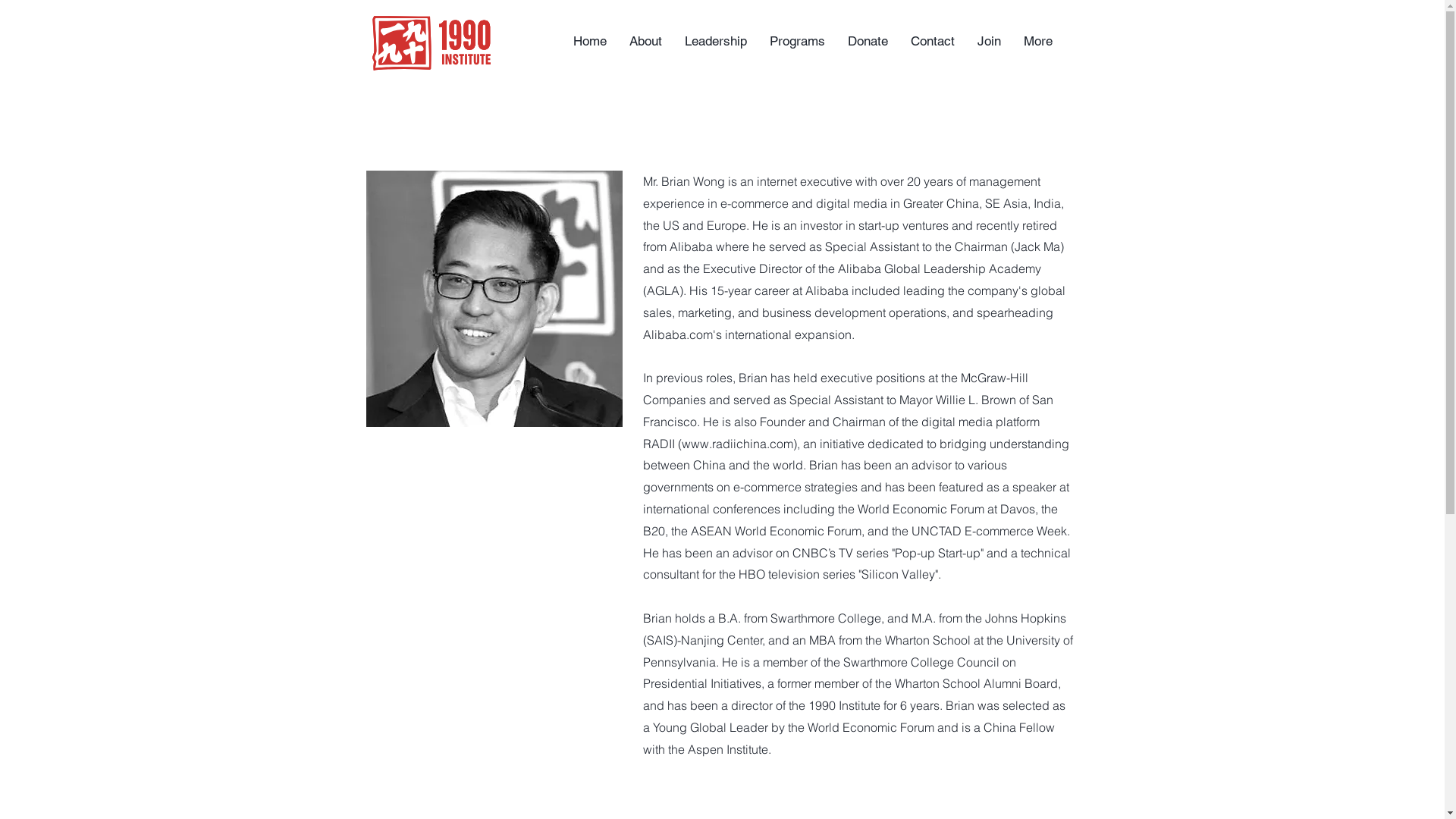 This screenshot has width=1456, height=819. What do you see at coordinates (679, 444) in the screenshot?
I see `'www.radiichina.com'` at bounding box center [679, 444].